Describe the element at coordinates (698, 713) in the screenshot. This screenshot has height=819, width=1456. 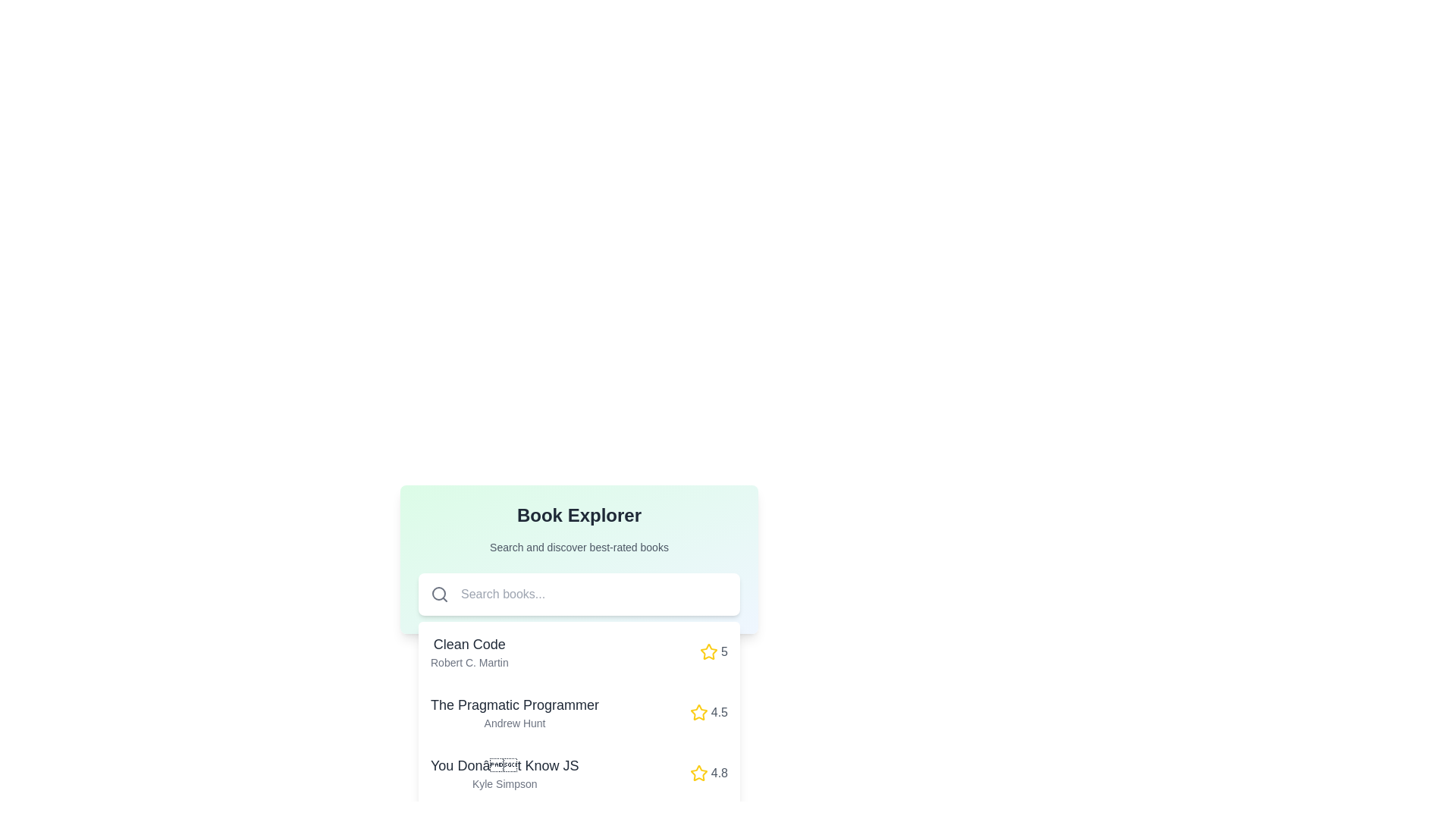
I see `the star icon styled with a yellow fill and subtle outline` at that location.